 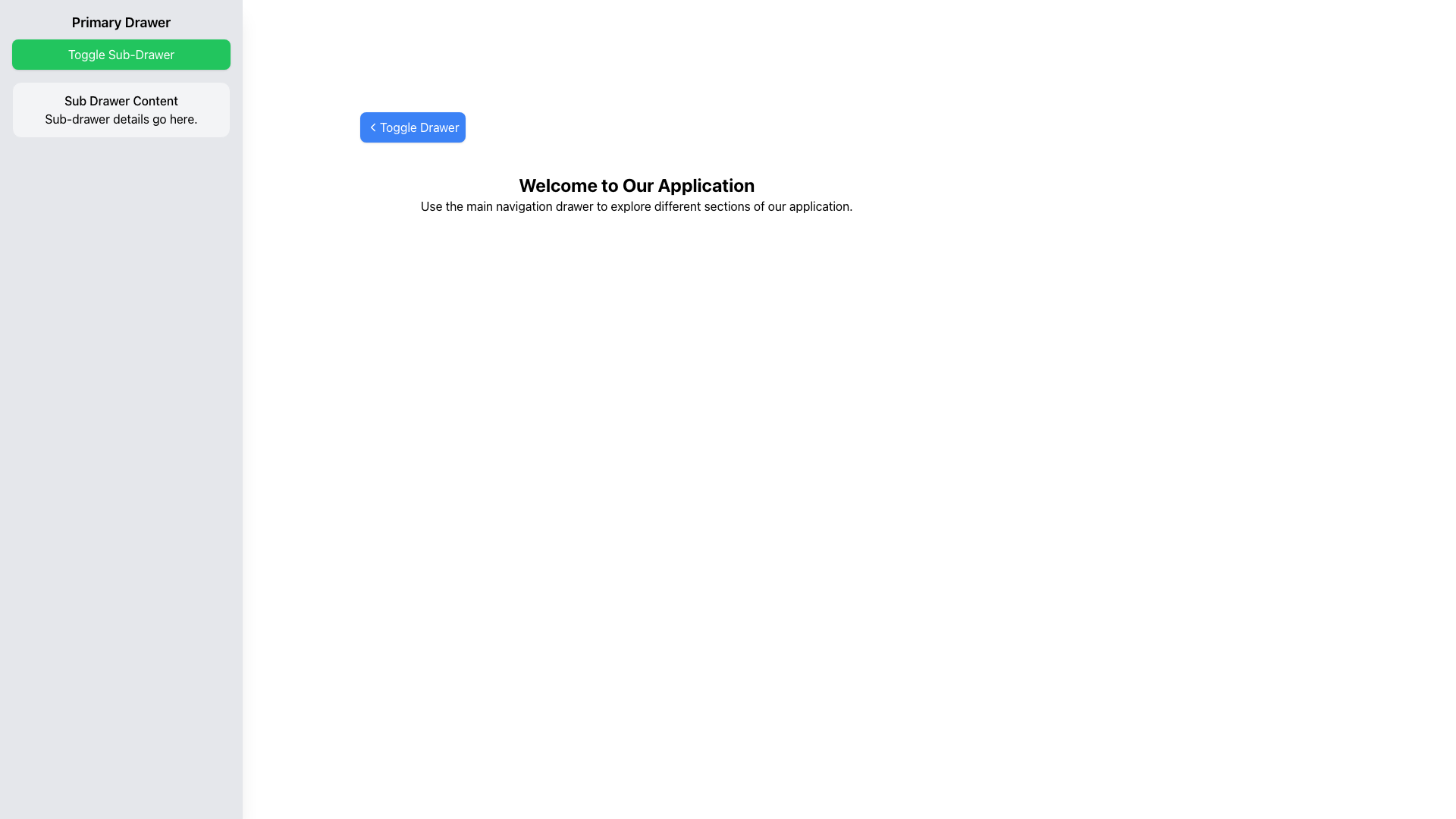 I want to click on the left-pointing chevron icon located to the left of the 'Toggle Drawer' button's text, so click(x=372, y=127).